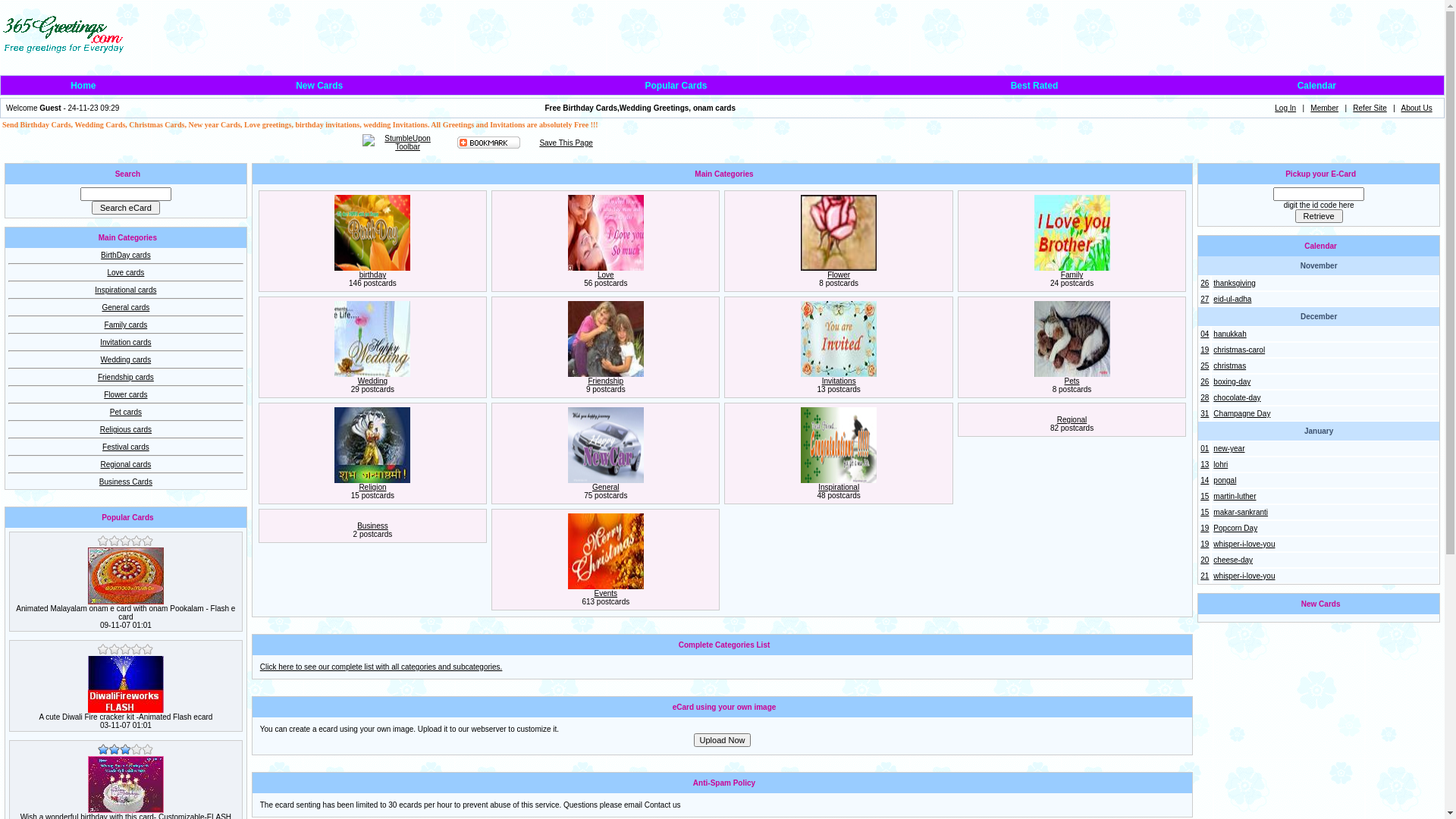 This screenshot has height=819, width=1456. What do you see at coordinates (372, 525) in the screenshot?
I see `'Business'` at bounding box center [372, 525].